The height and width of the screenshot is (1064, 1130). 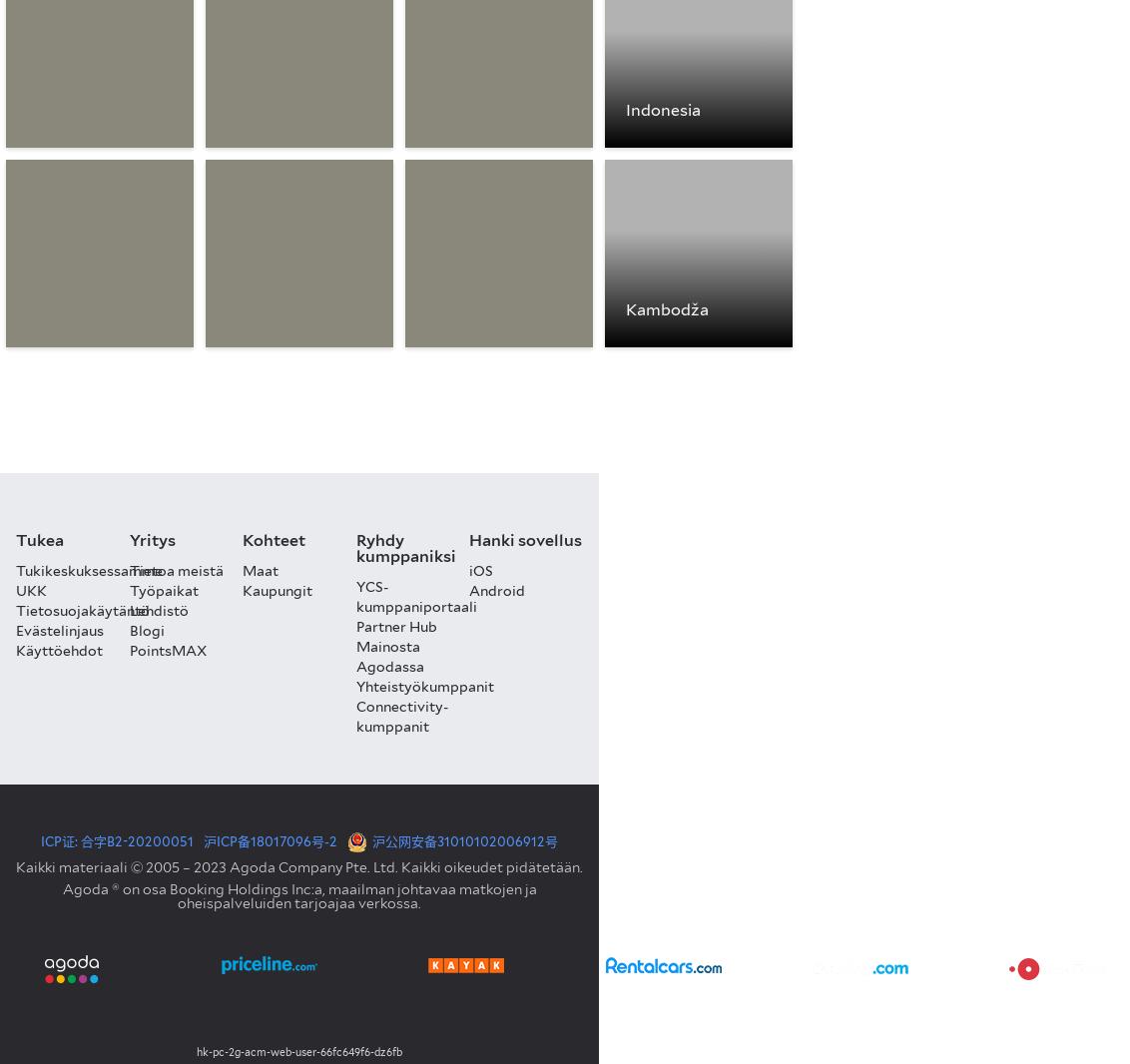 I want to click on 'Hanki sovellus', so click(x=469, y=538).